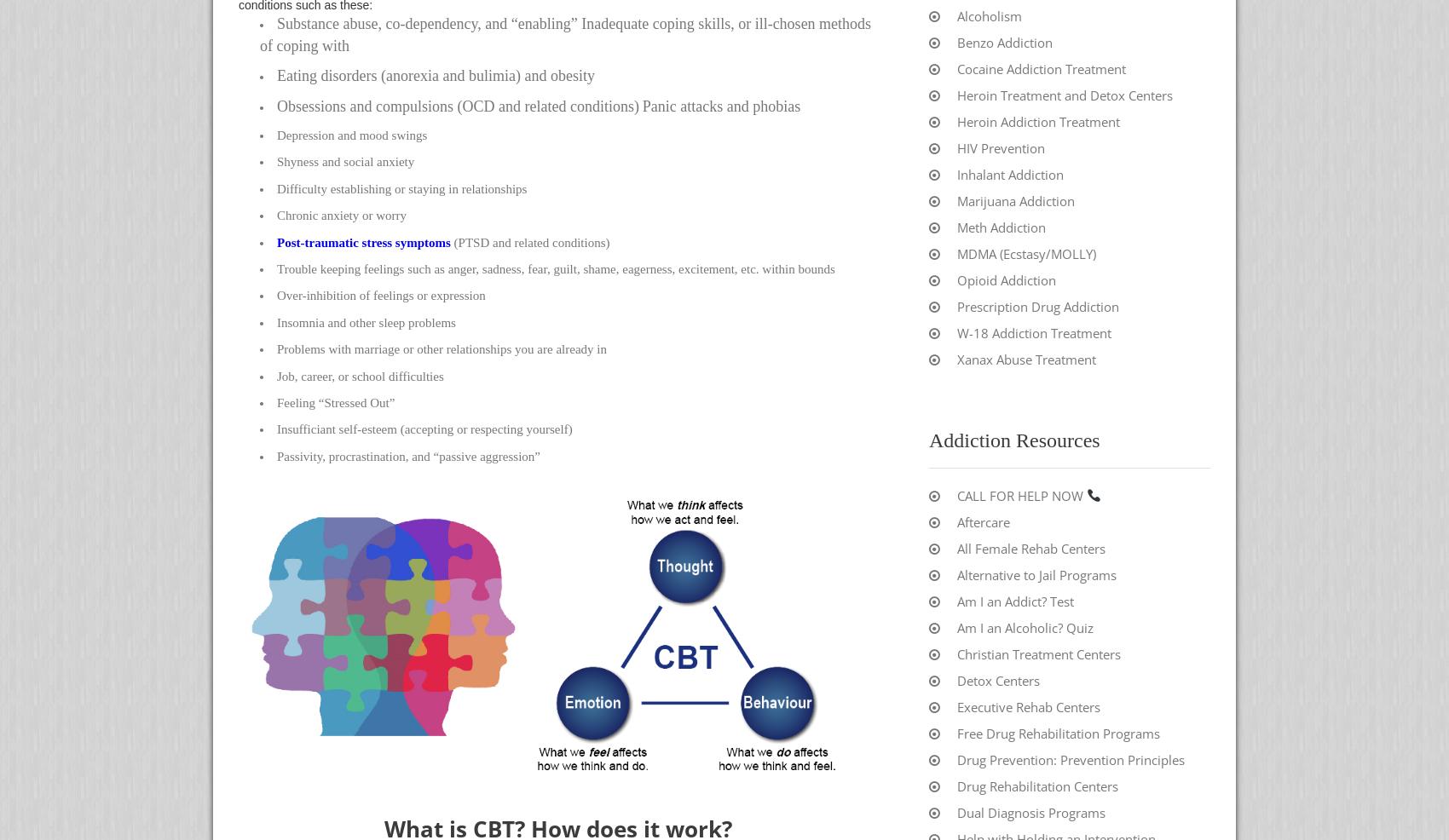 The height and width of the screenshot is (840, 1449). I want to click on 'Am I an Alcoholic? Quiz', so click(1024, 626).